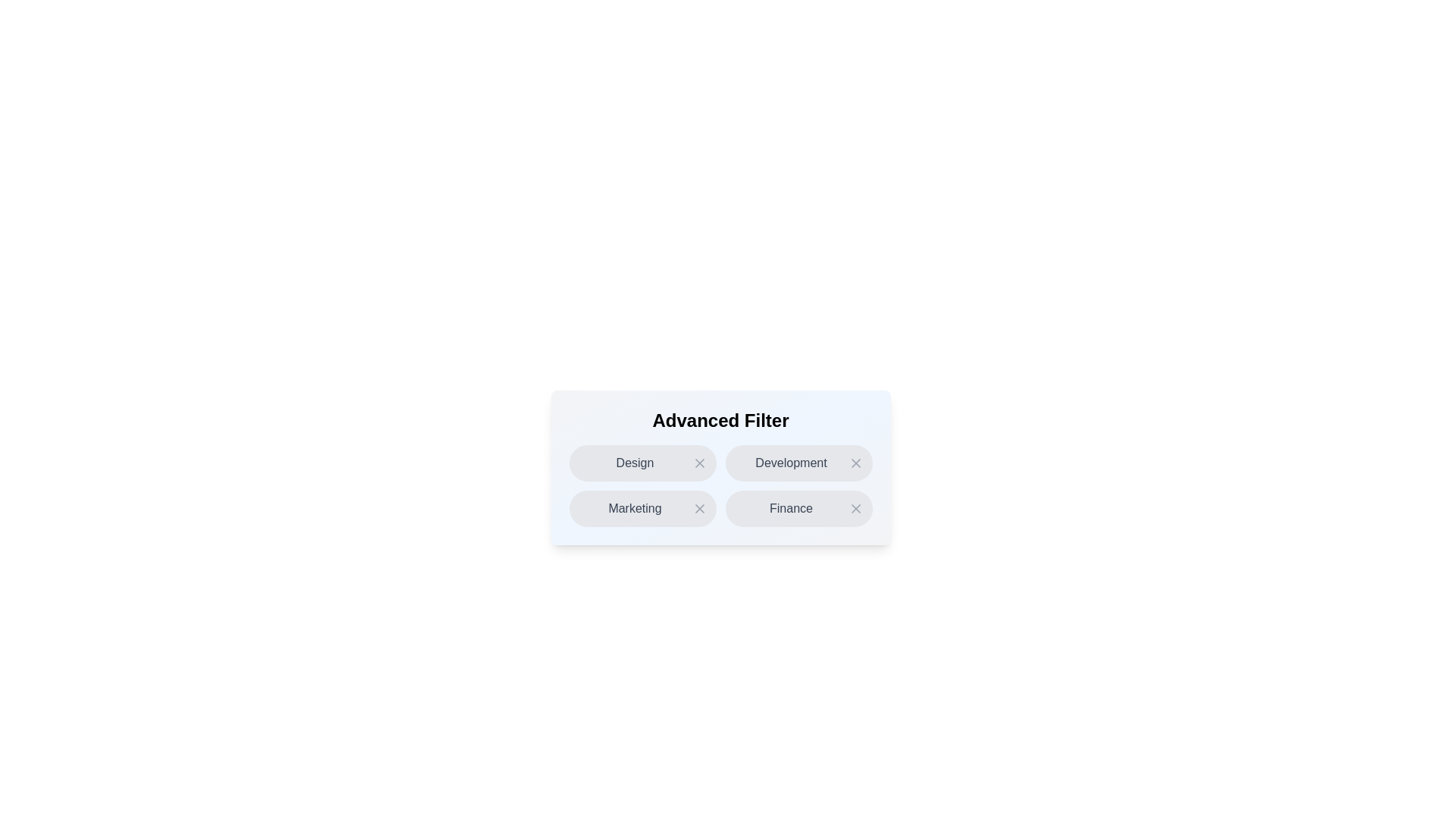  Describe the element at coordinates (642, 509) in the screenshot. I see `the chip labeled Marketing` at that location.